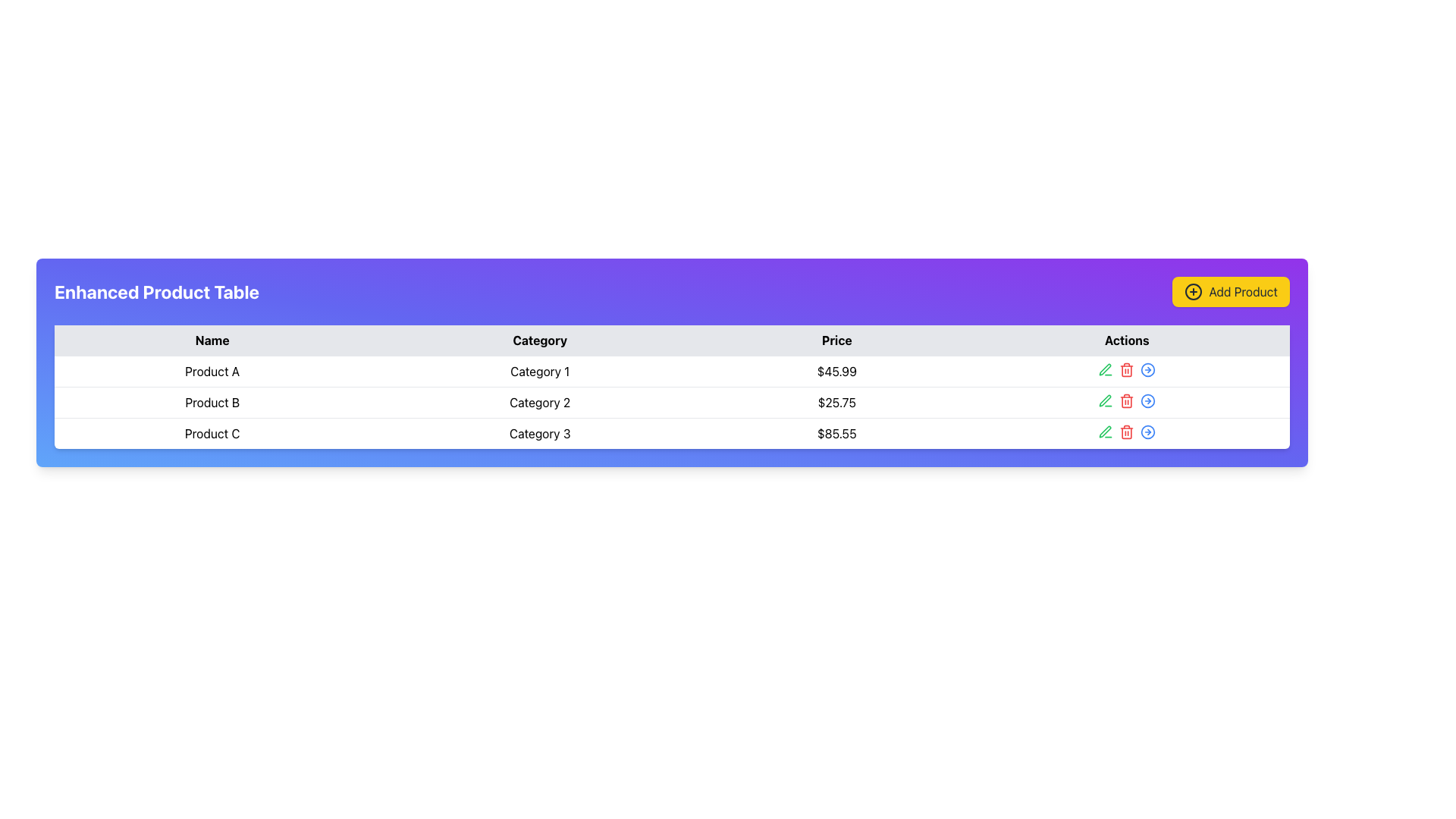  Describe the element at coordinates (1127, 400) in the screenshot. I see `the red trash icon in the Actions column of the product table` at that location.